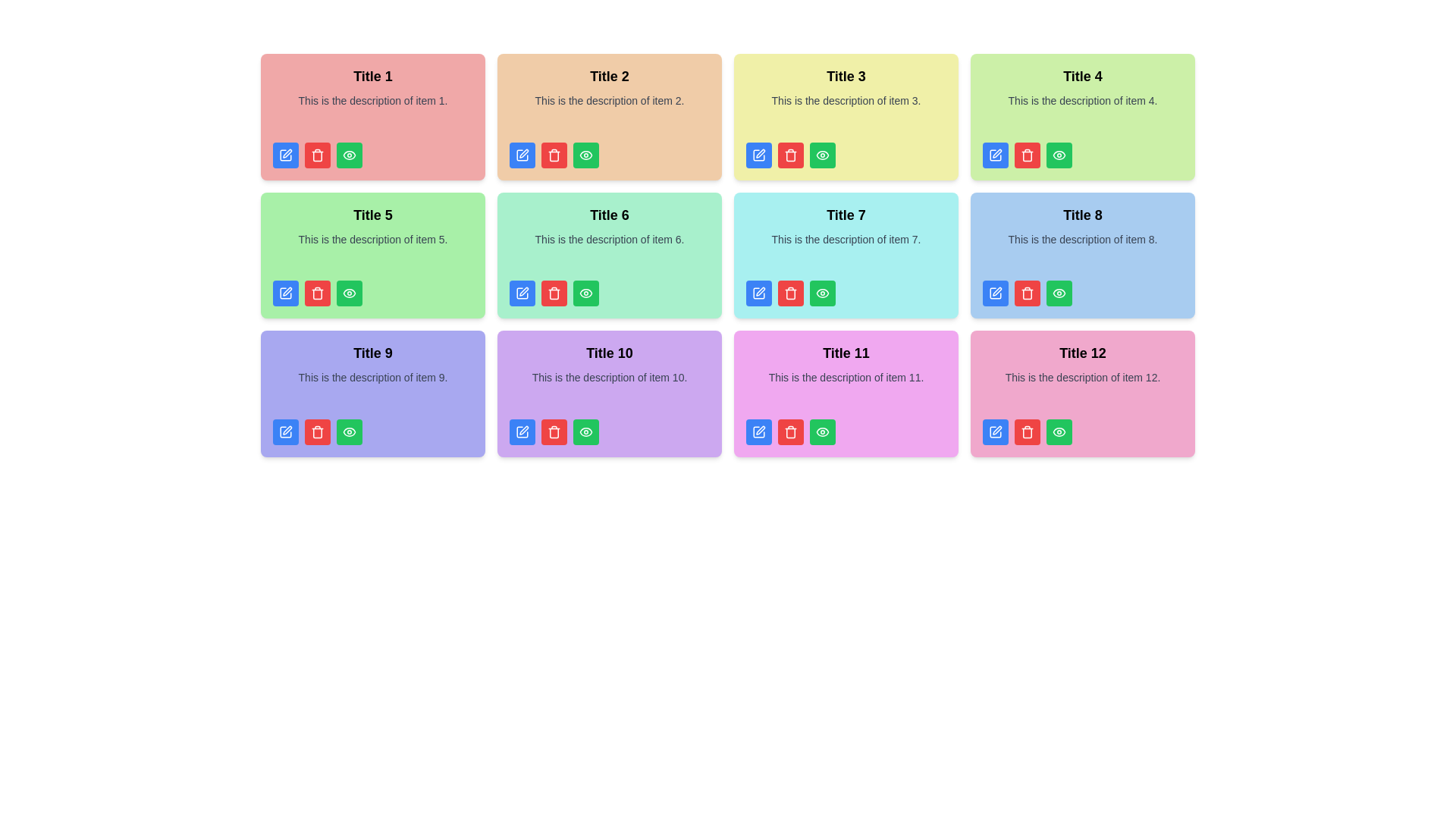  I want to click on the action bar containing interactive buttons located below the description of 'Title 12', which is the third action bar in the fourth row of the grid layout, so click(1082, 431).